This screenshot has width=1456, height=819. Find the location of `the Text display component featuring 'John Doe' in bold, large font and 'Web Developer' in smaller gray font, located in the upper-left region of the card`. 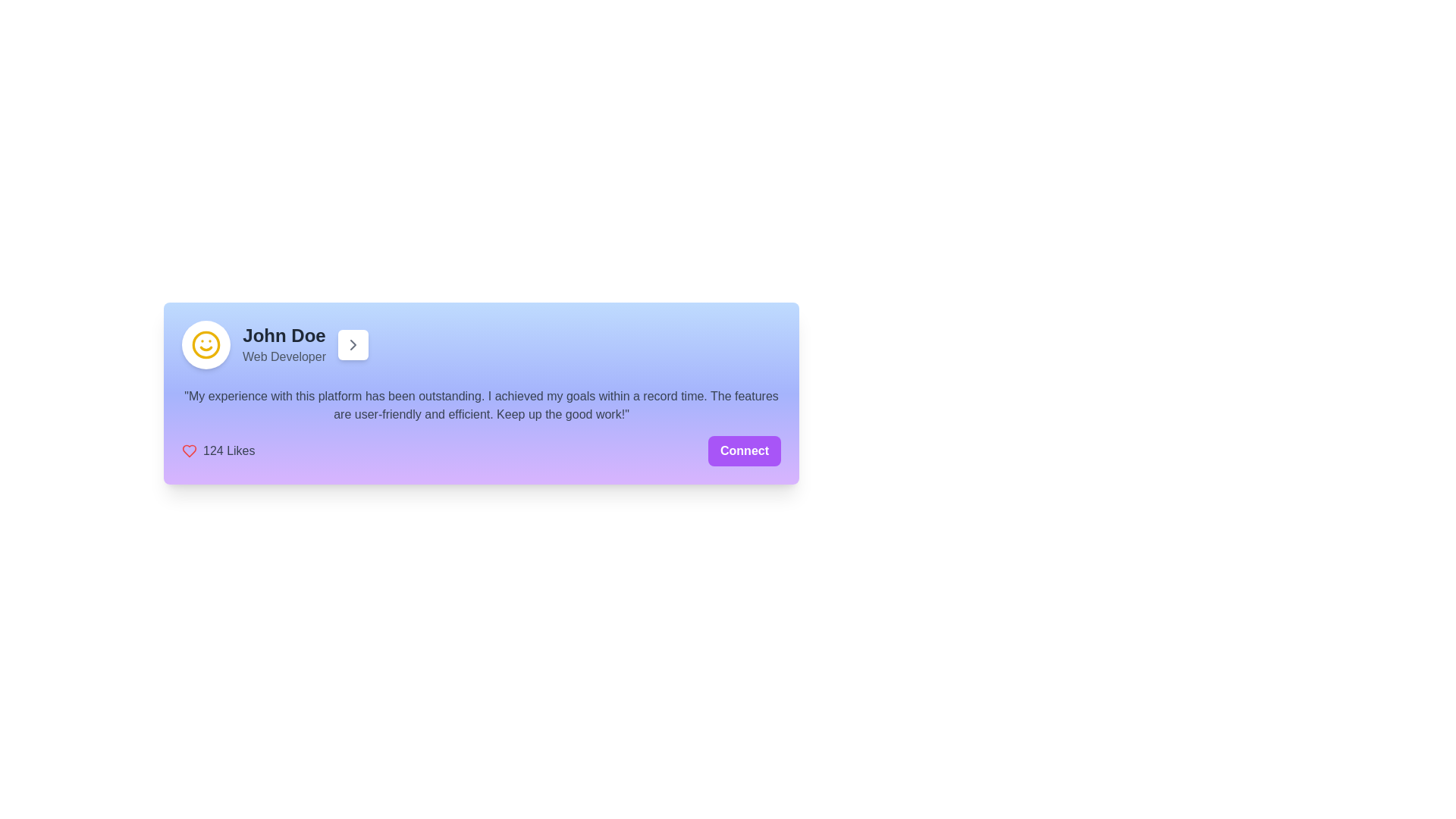

the Text display component featuring 'John Doe' in bold, large font and 'Web Developer' in smaller gray font, located in the upper-left region of the card is located at coordinates (284, 345).